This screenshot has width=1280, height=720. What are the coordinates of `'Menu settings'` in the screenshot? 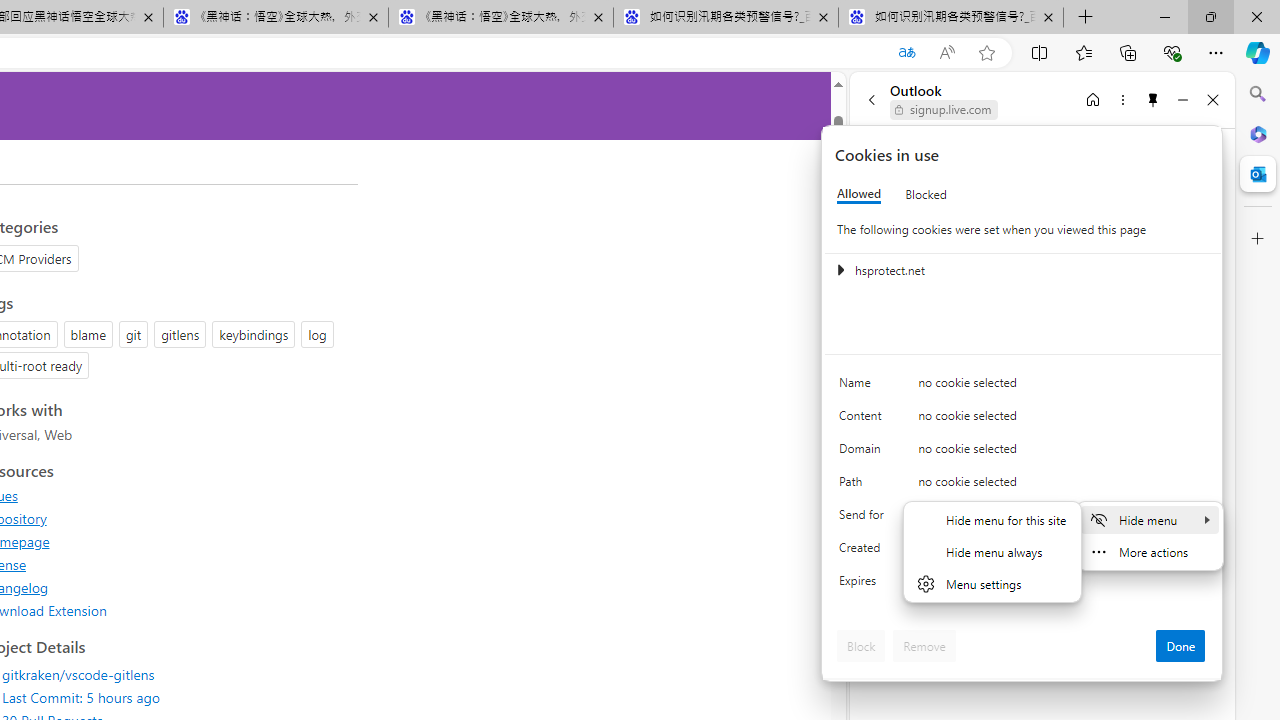 It's located at (992, 583).